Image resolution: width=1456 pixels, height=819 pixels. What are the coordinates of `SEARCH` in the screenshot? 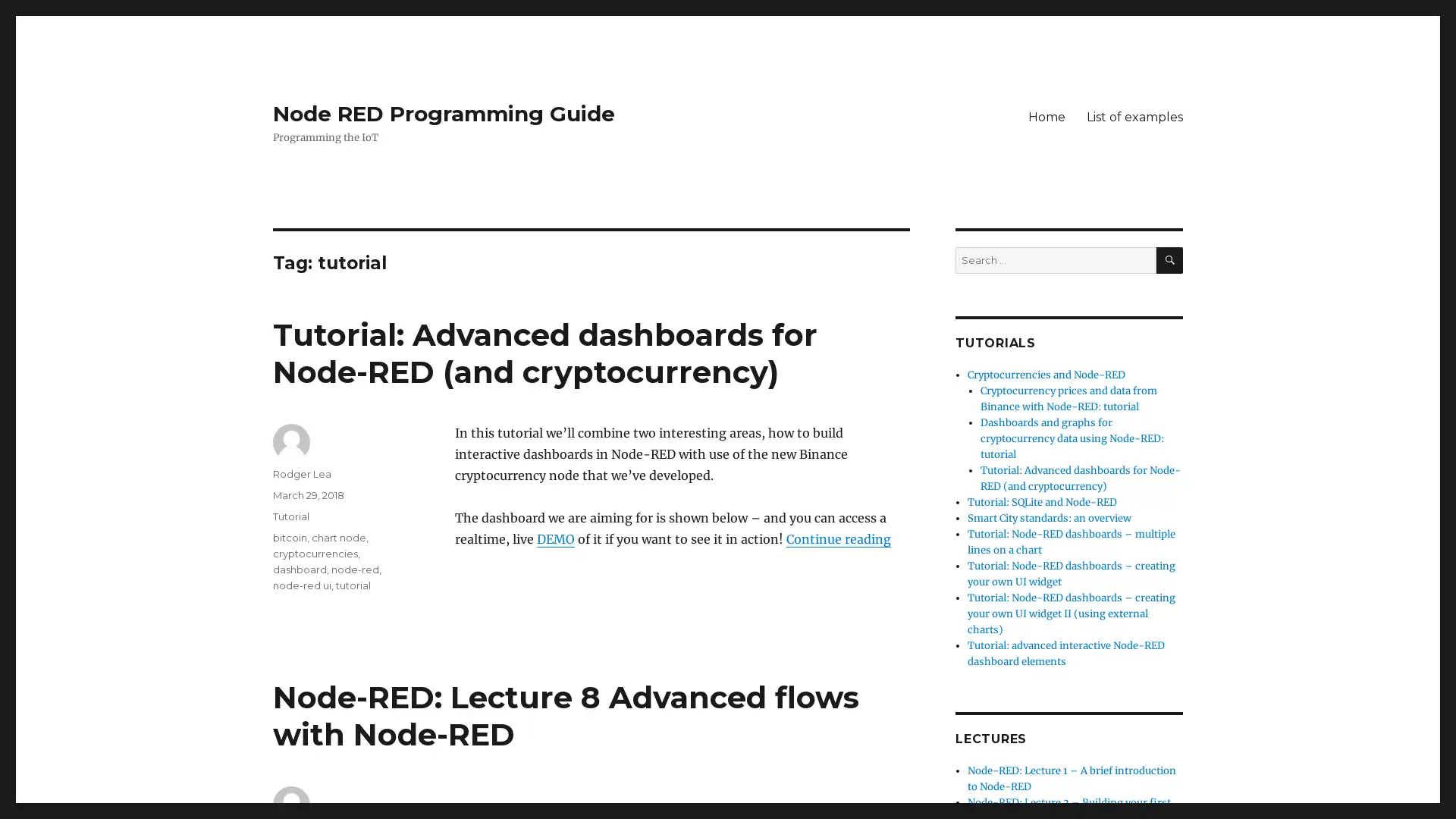 It's located at (1169, 259).